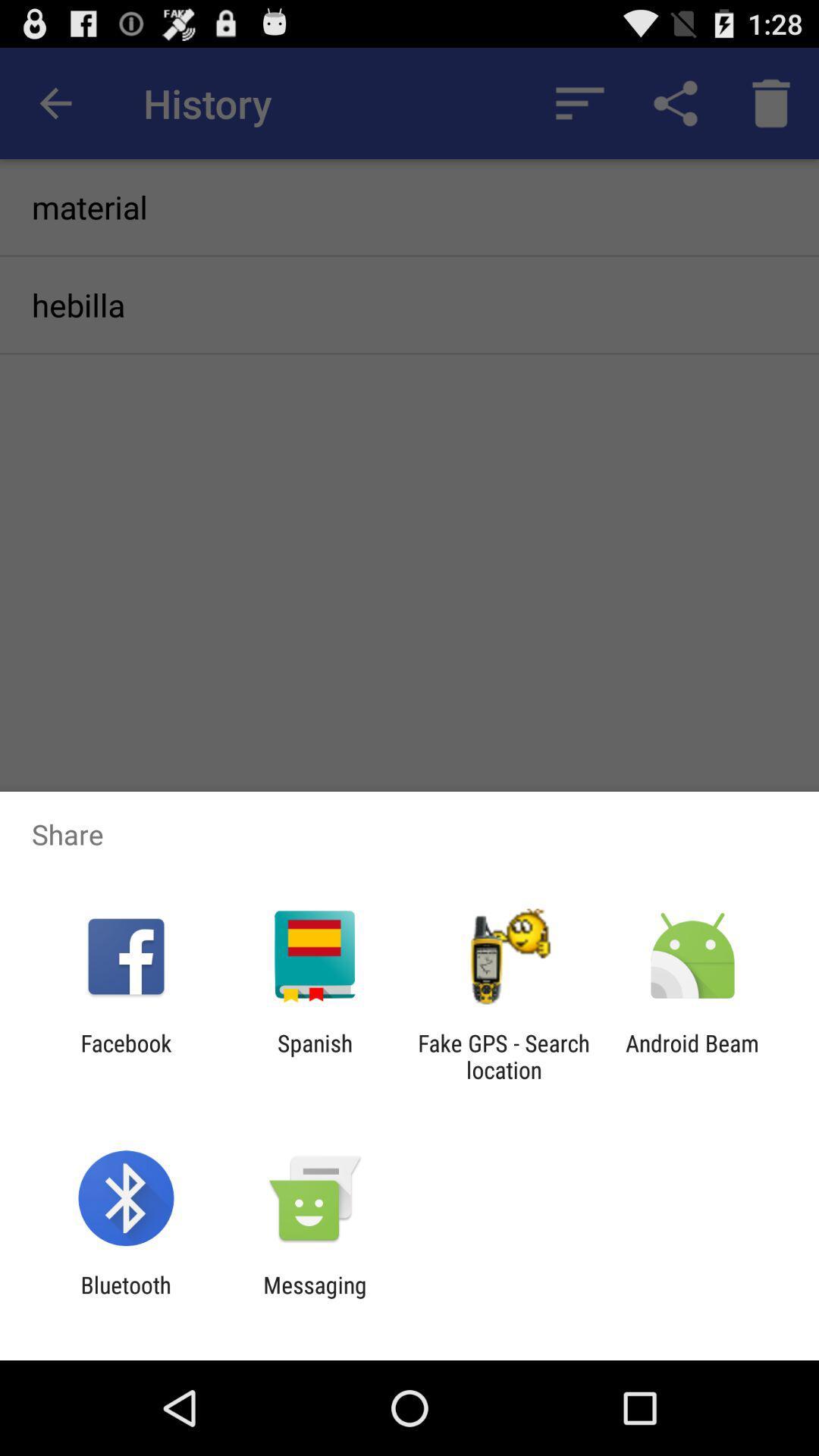 The width and height of the screenshot is (819, 1456). What do you see at coordinates (125, 1056) in the screenshot?
I see `the facebook item` at bounding box center [125, 1056].